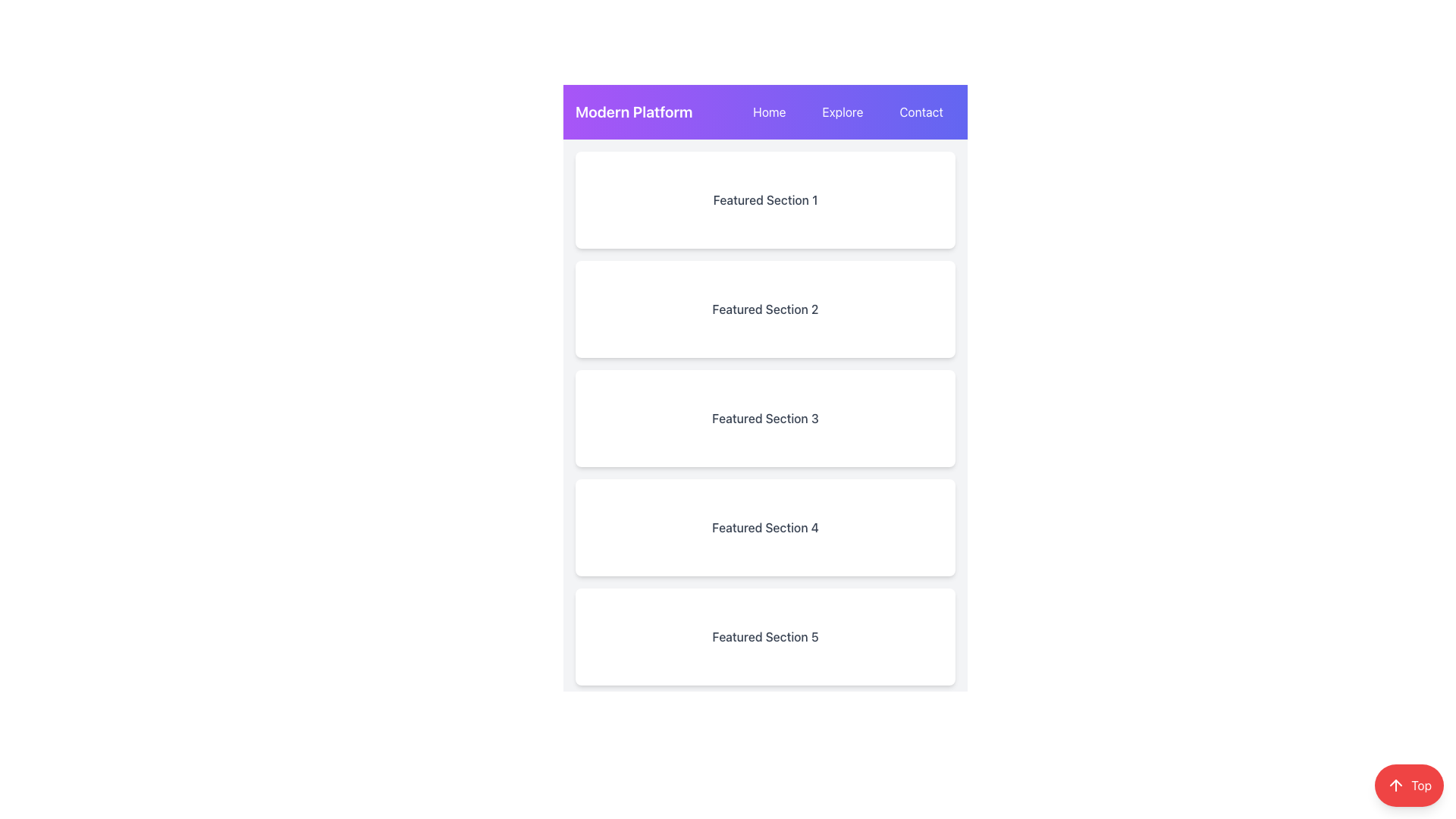  What do you see at coordinates (634, 111) in the screenshot?
I see `the title text in the upper left corner of the navigation bar, which serves as the header for the web application and is positioned to the left of the 'Home', 'Explore', and 'Contact' links` at bounding box center [634, 111].